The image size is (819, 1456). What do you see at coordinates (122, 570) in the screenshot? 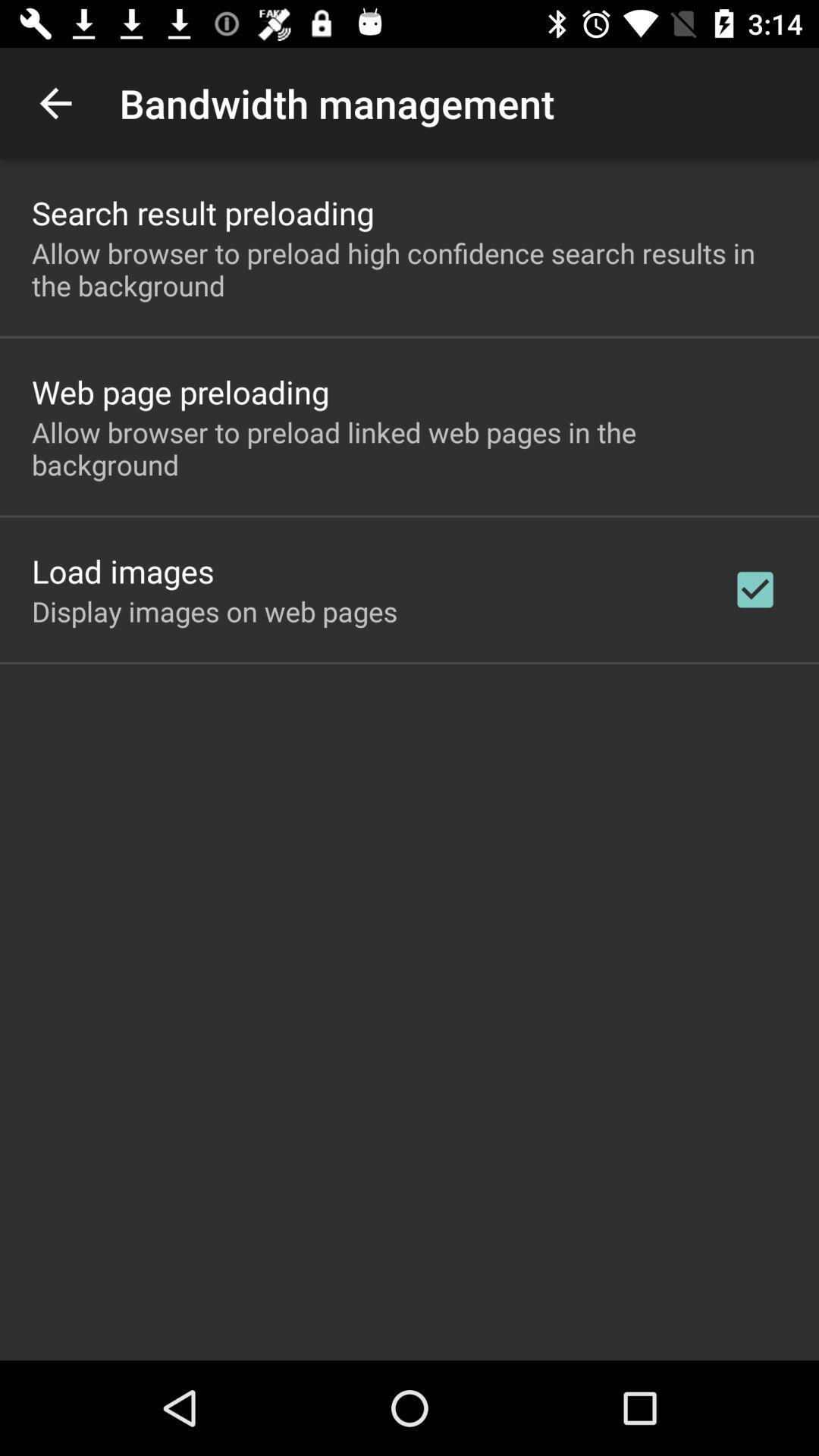
I see `the load images` at bounding box center [122, 570].